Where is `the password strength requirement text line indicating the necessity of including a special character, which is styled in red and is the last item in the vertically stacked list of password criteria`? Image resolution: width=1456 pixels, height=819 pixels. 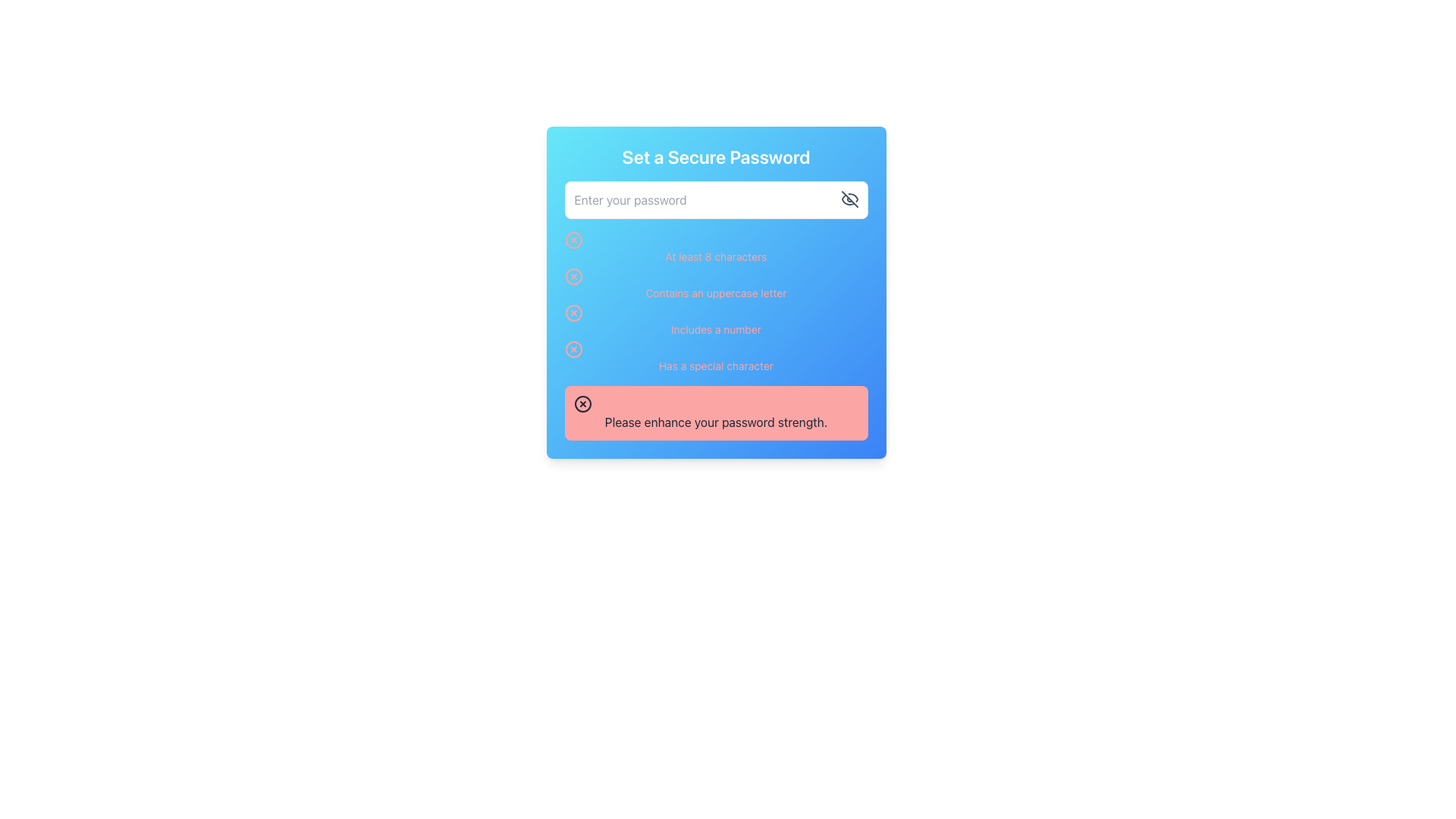
the password strength requirement text line indicating the necessity of including a special character, which is styled in red and is the last item in the vertically stacked list of password criteria is located at coordinates (715, 356).